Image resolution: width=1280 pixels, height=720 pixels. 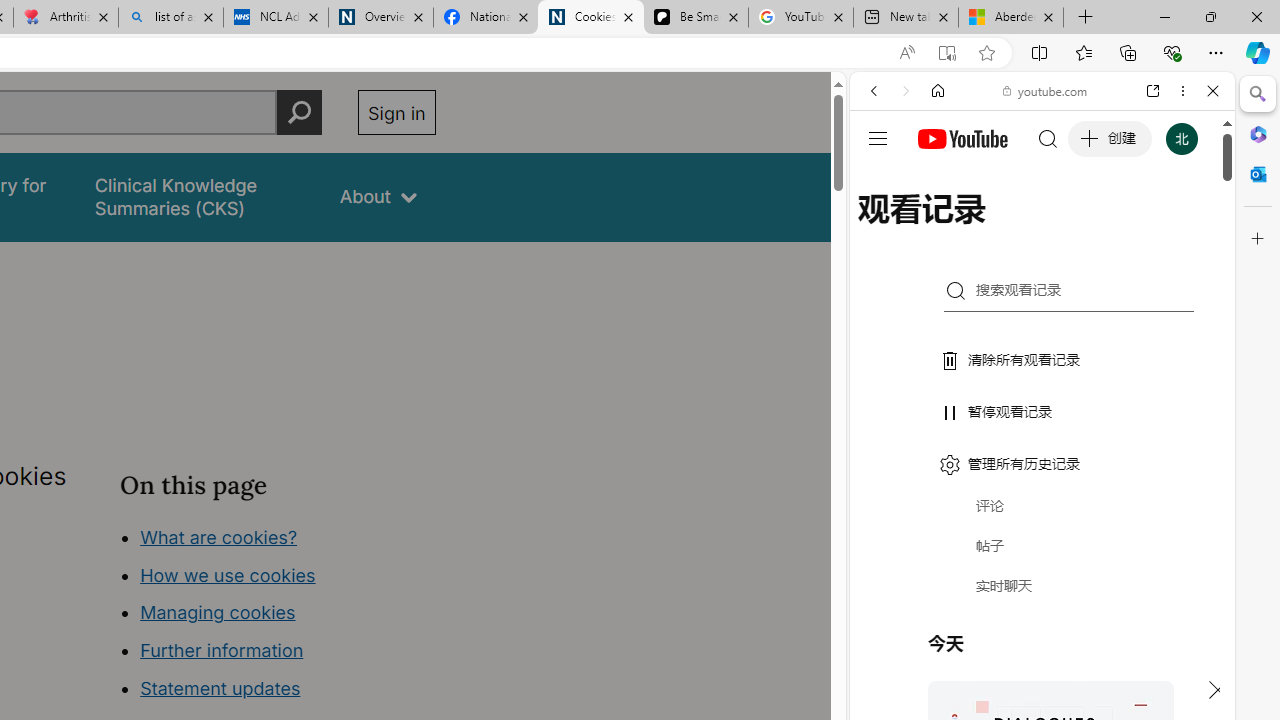 What do you see at coordinates (65, 17) in the screenshot?
I see `'Arthritis: Ask Health Professionals'` at bounding box center [65, 17].